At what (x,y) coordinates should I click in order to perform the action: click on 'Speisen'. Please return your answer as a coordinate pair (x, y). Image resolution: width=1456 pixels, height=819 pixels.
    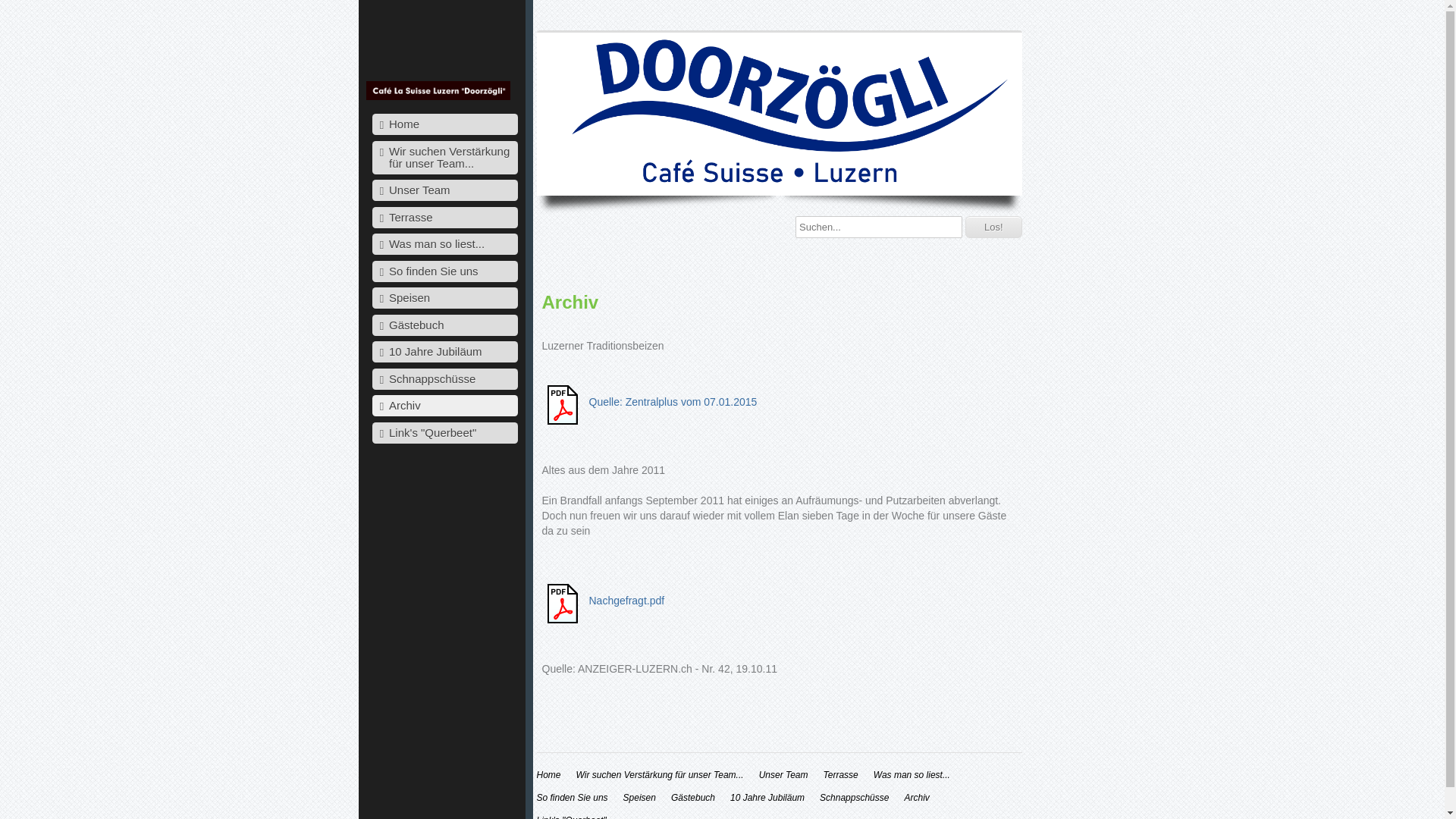
    Looking at the image, I should click on (623, 797).